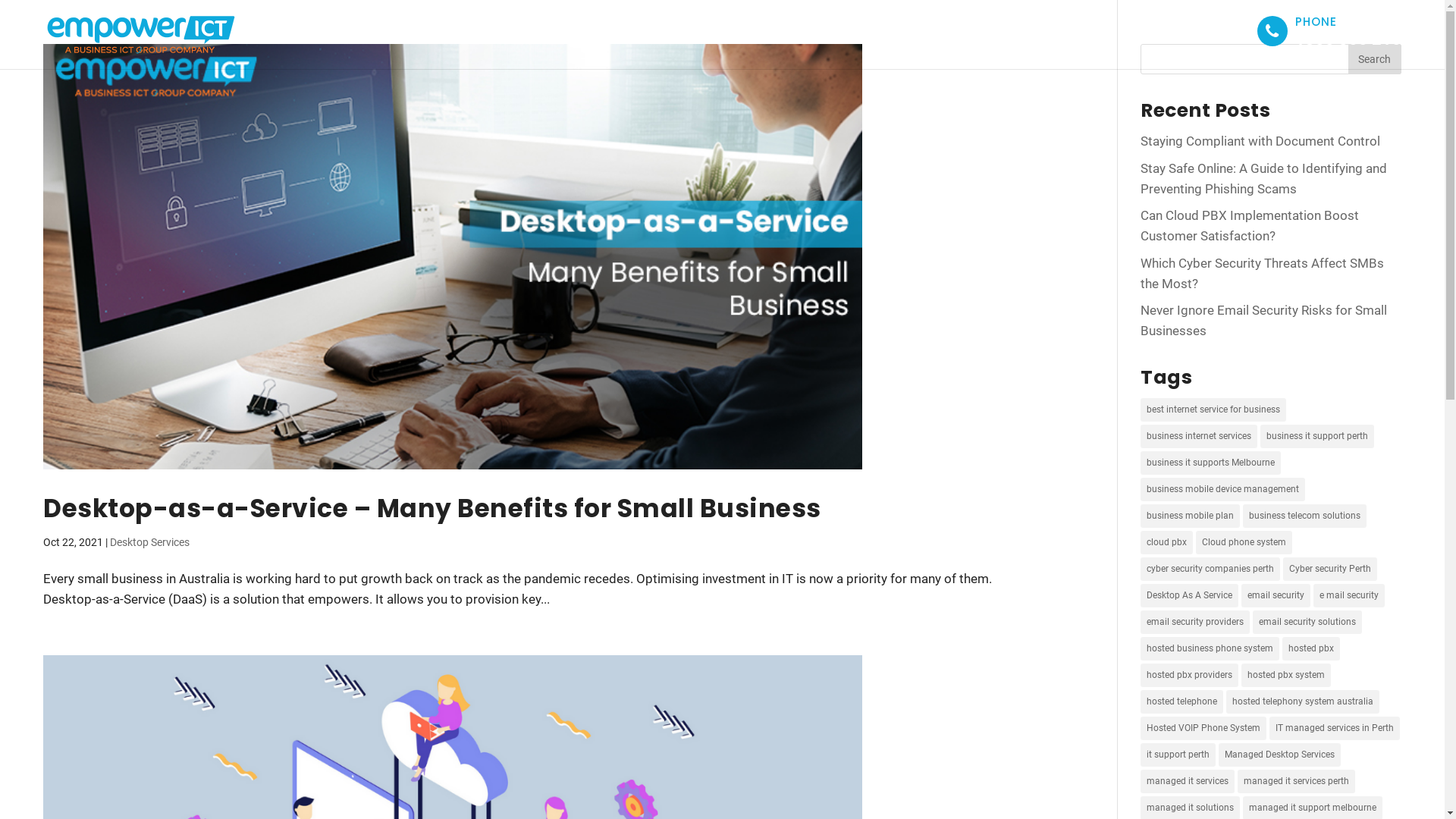  I want to click on 'managed it services perth', so click(1295, 781).